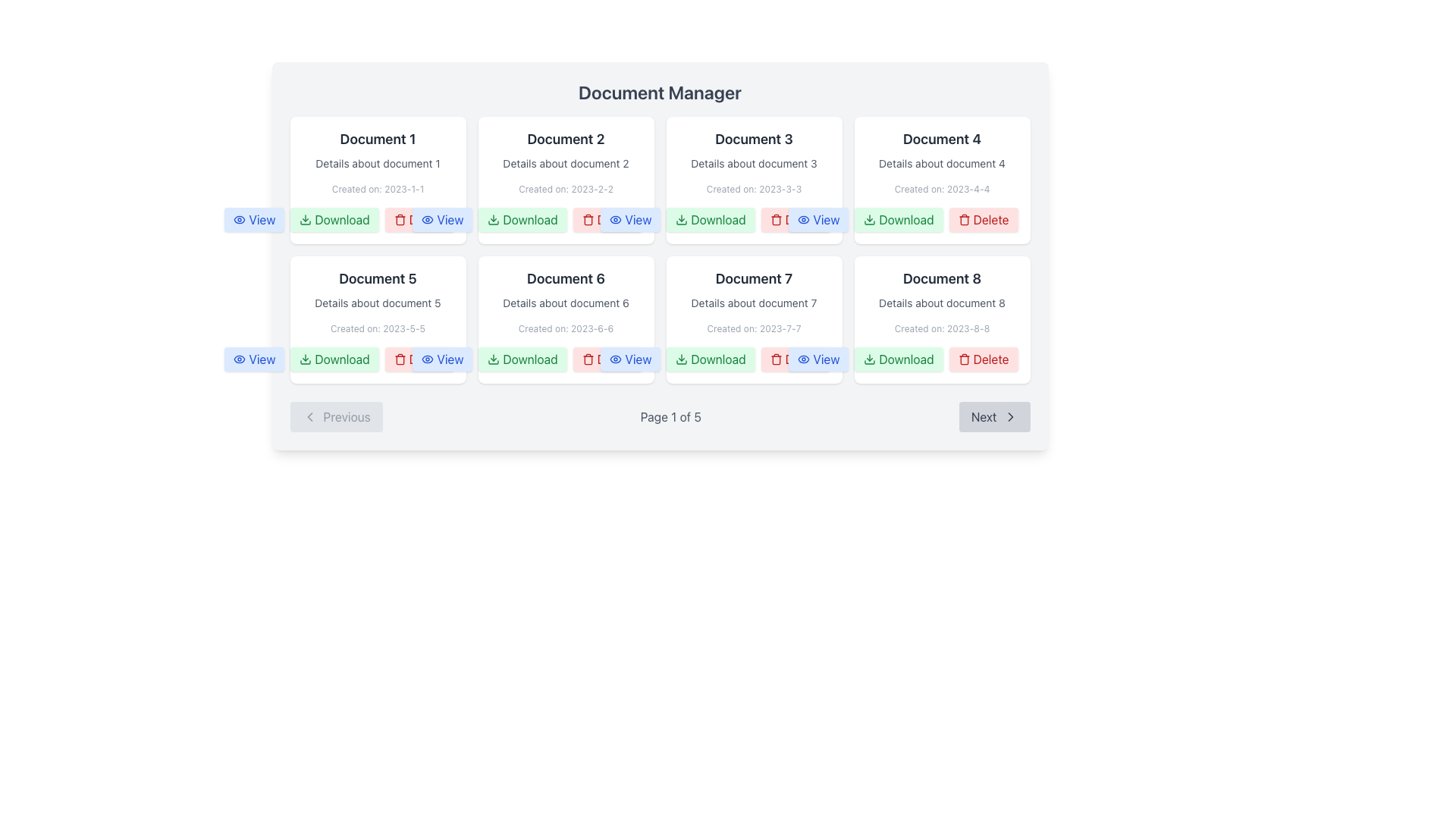  I want to click on the 'Download' button in the card displaying 'Document 4', which is located in the top-right corner of the first row of the grid, so click(941, 180).